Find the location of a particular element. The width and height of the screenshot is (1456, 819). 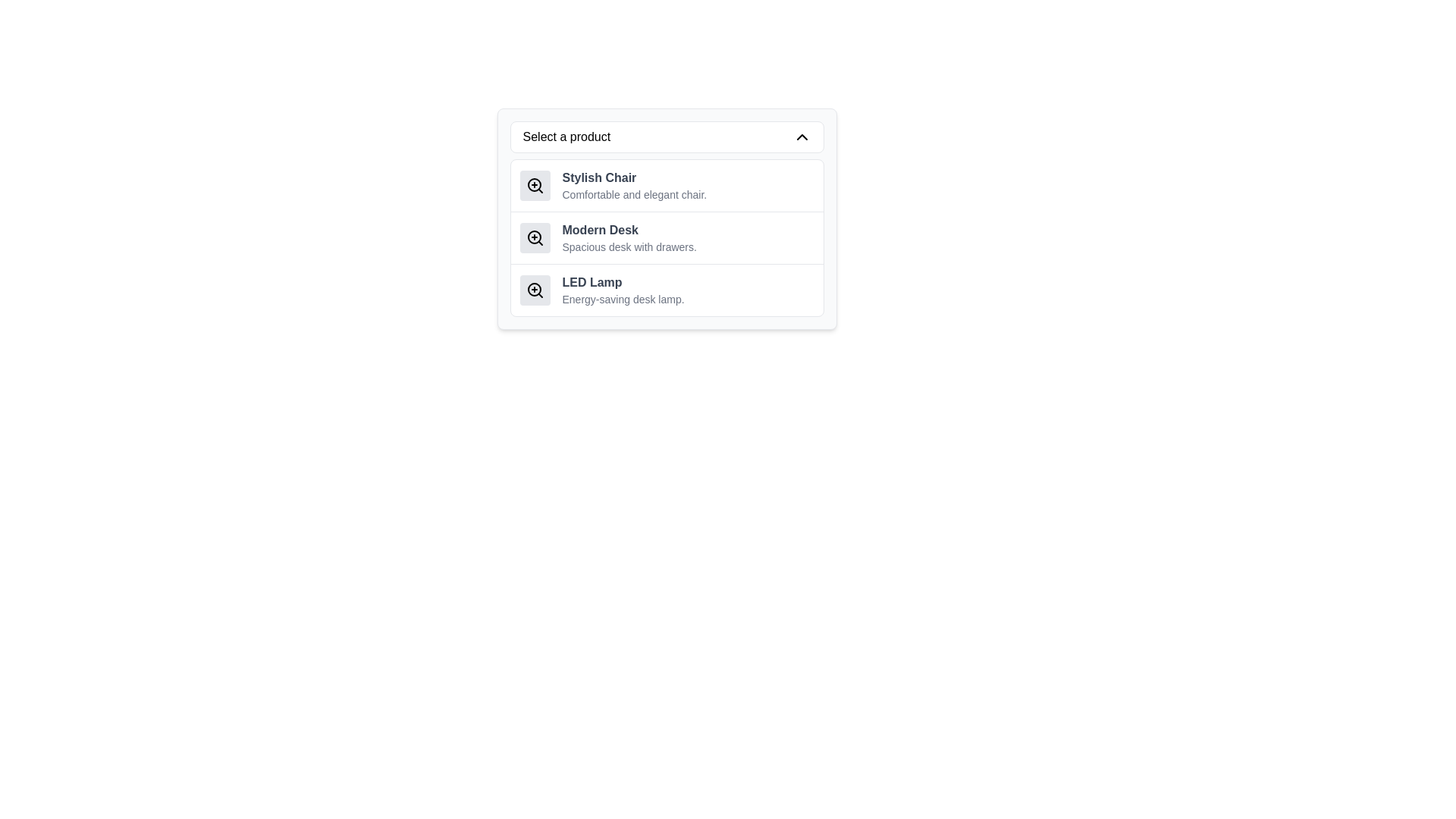

the static information label that describes 'Energy-saving desk lamp', located under the bold text 'LED Lamp' in the dropdown menu for product selection is located at coordinates (623, 299).